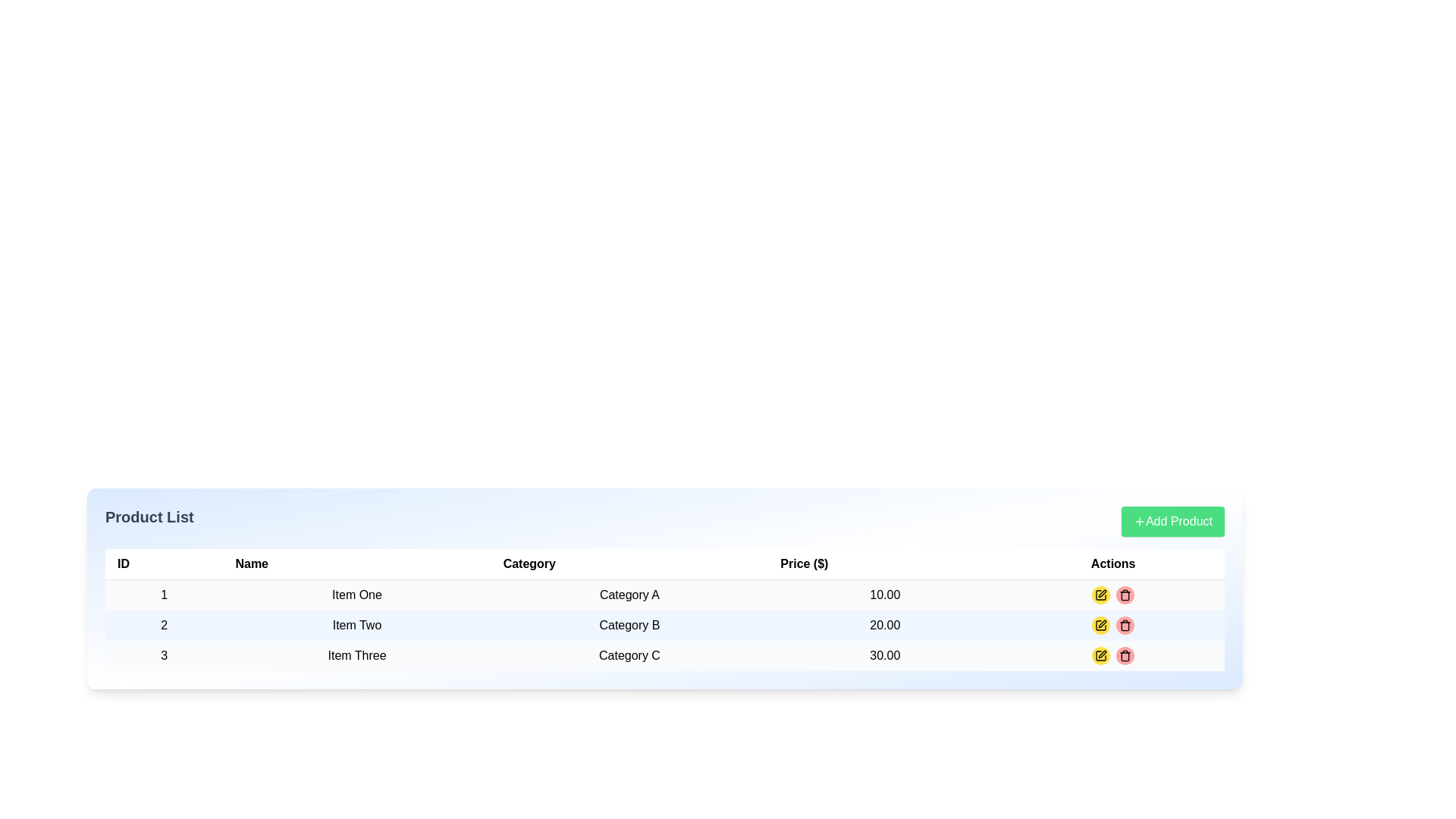  Describe the element at coordinates (356, 626) in the screenshot. I see `the Text label in the second row that displays the name of the item, located directly under 'Name' in the header` at that location.